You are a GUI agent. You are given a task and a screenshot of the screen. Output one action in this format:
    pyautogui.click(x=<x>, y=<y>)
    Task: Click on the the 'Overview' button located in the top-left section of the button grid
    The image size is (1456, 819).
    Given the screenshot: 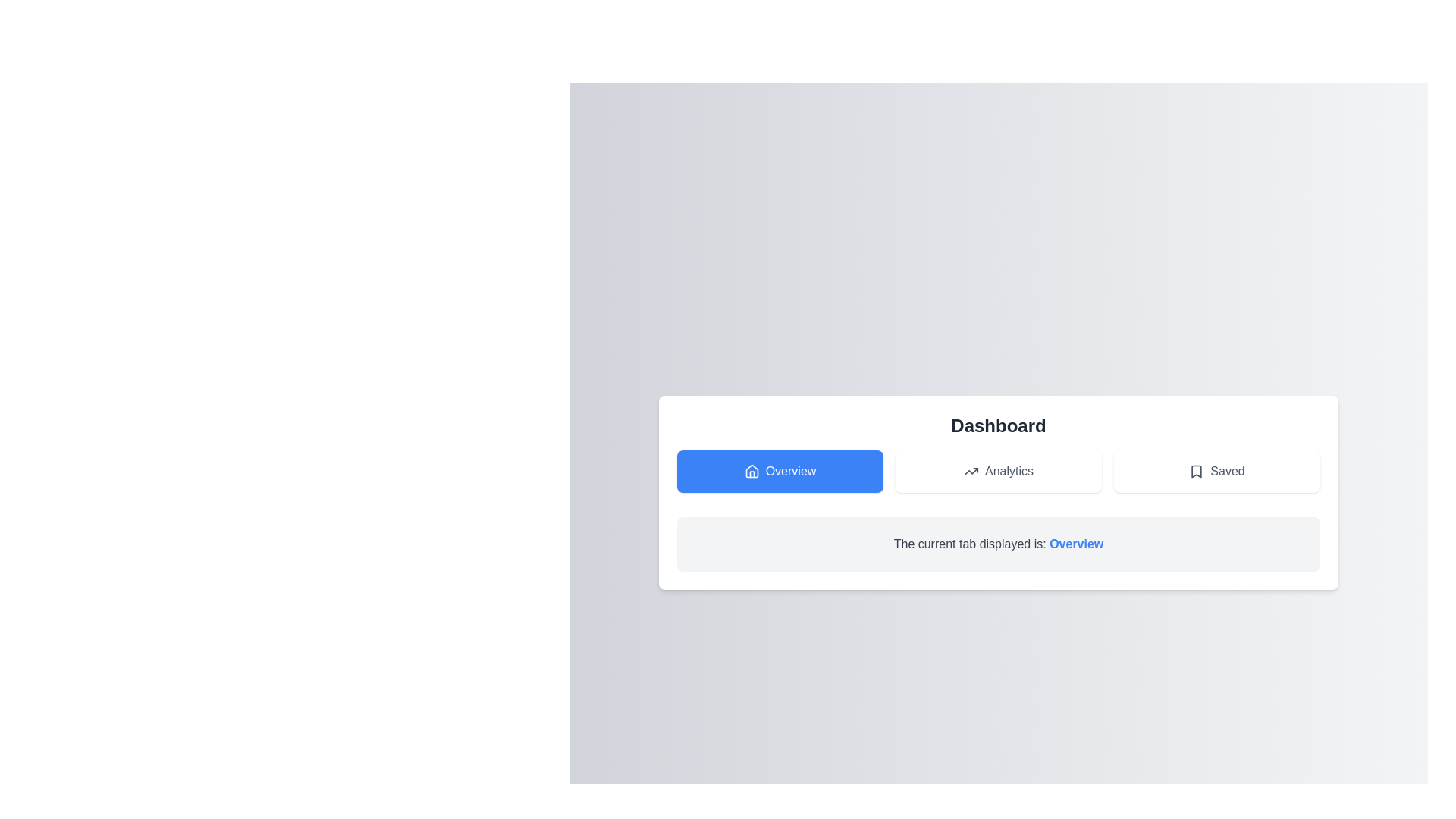 What is the action you would take?
    pyautogui.click(x=780, y=470)
    